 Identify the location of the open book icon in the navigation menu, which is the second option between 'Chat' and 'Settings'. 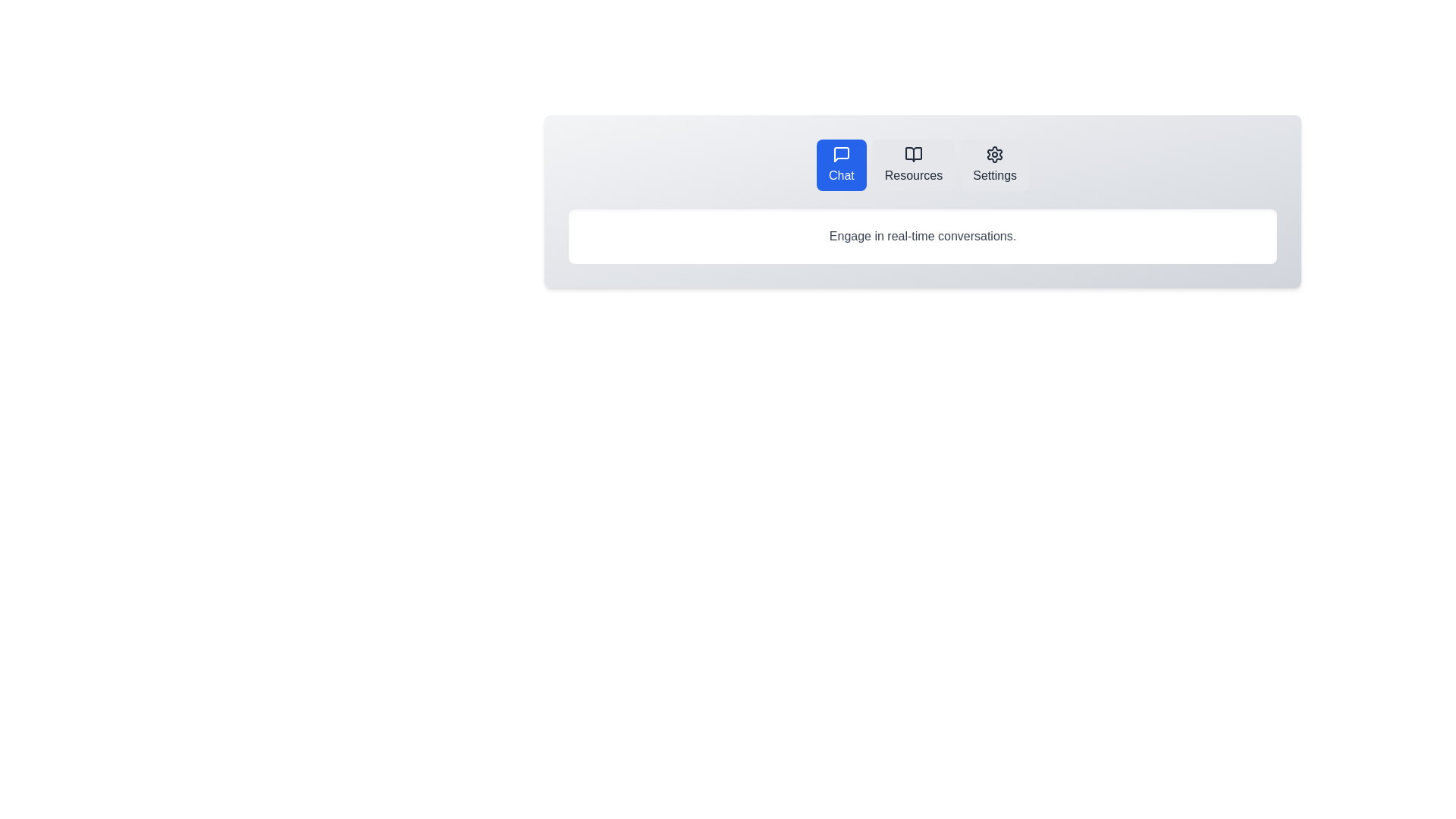
(912, 155).